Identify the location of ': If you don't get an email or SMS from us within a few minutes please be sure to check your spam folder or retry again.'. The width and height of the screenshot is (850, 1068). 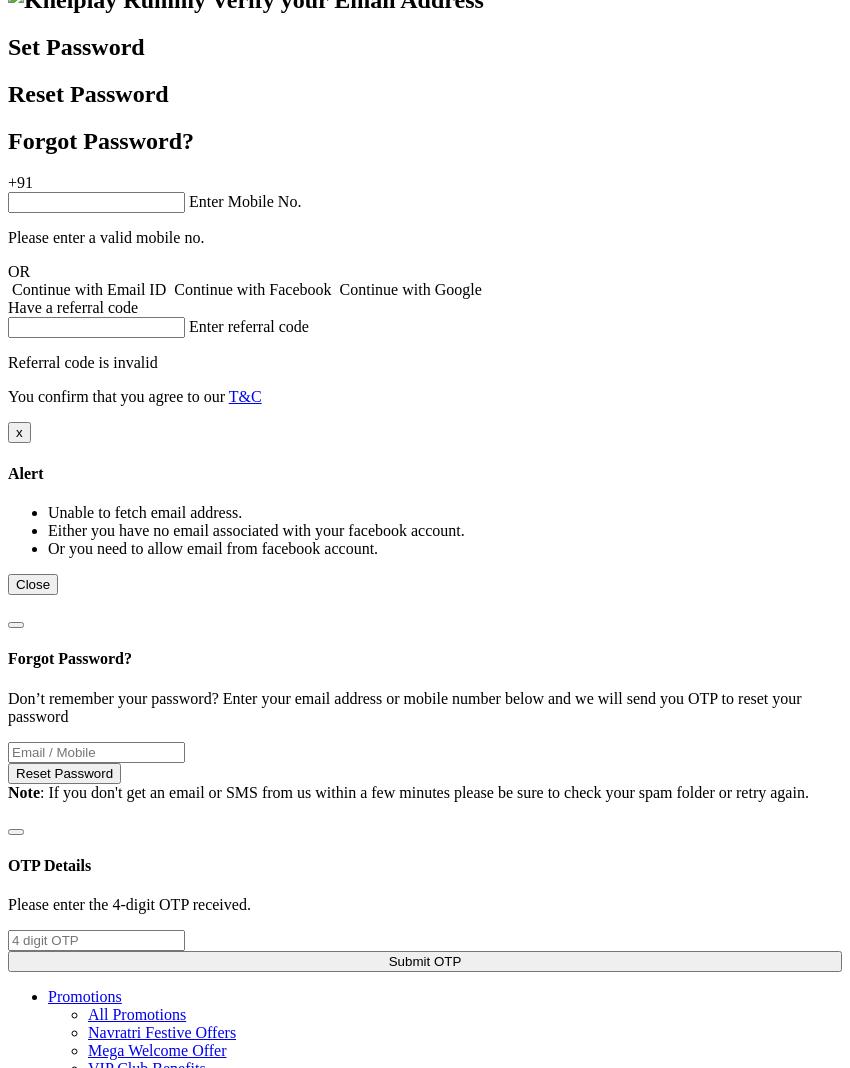
(38, 791).